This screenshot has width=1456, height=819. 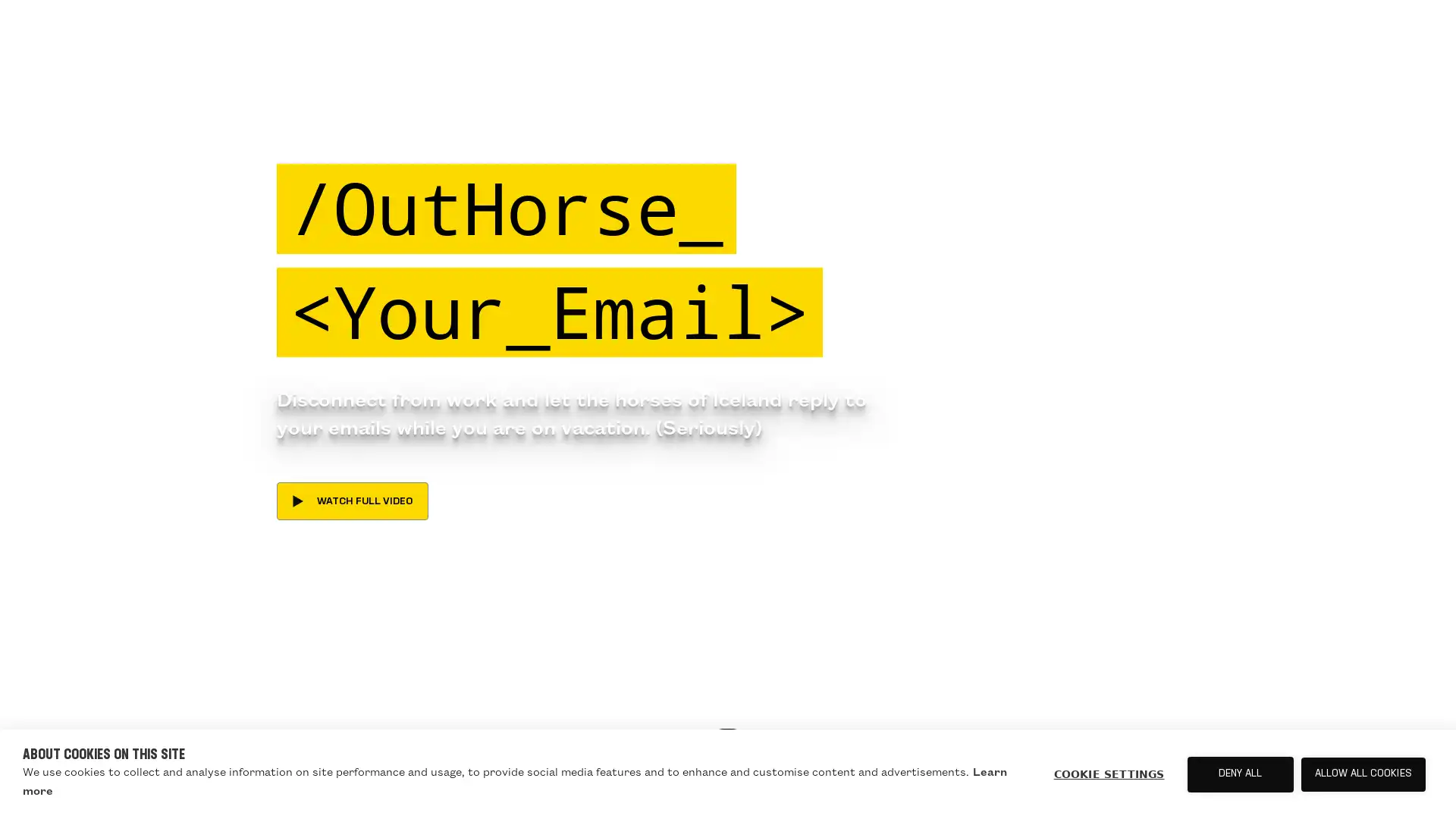 What do you see at coordinates (1240, 773) in the screenshot?
I see `DENY ALL` at bounding box center [1240, 773].